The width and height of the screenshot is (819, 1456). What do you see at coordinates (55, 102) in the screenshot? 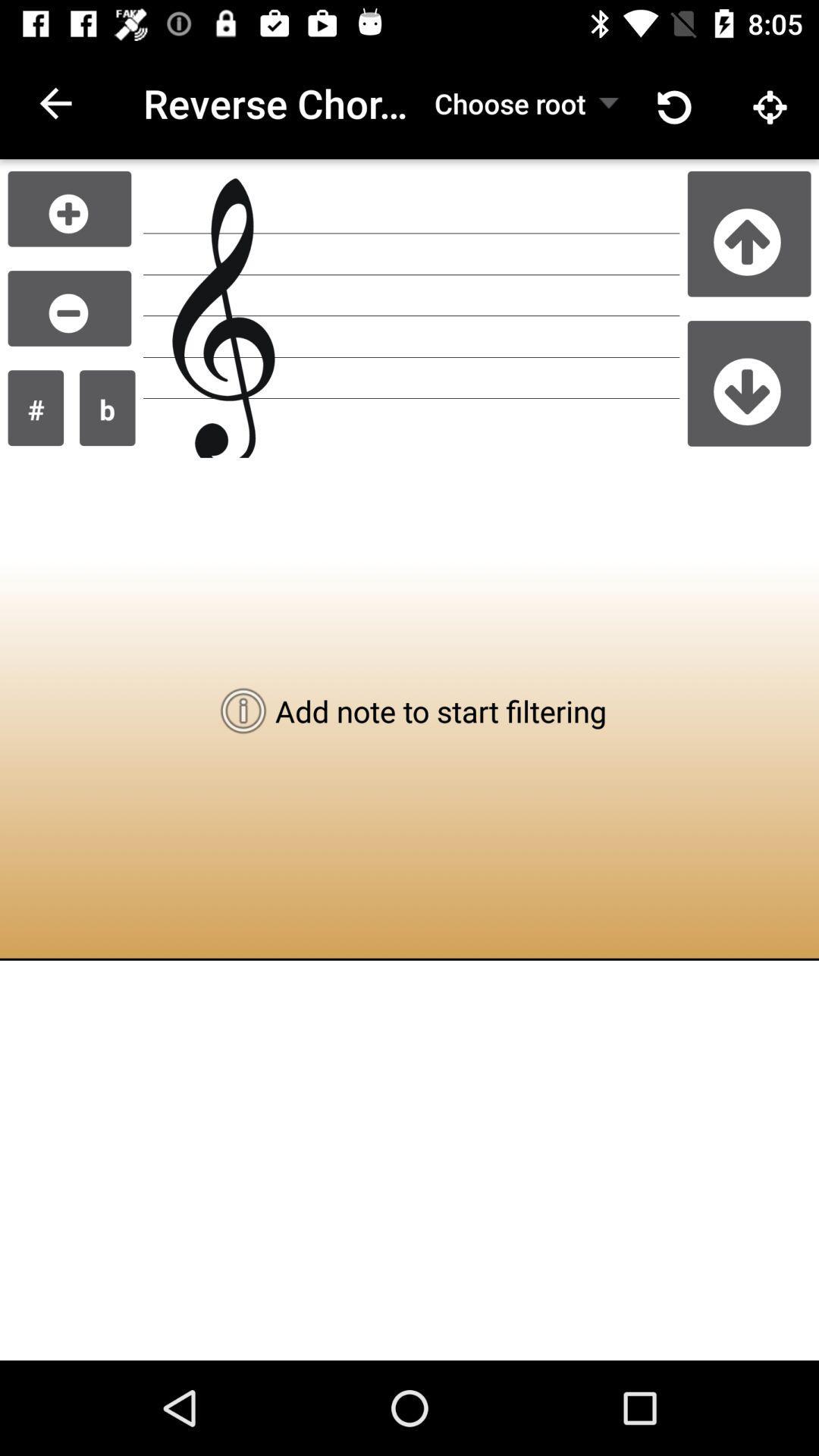
I see `icon next to reverse chord lookup icon` at bounding box center [55, 102].